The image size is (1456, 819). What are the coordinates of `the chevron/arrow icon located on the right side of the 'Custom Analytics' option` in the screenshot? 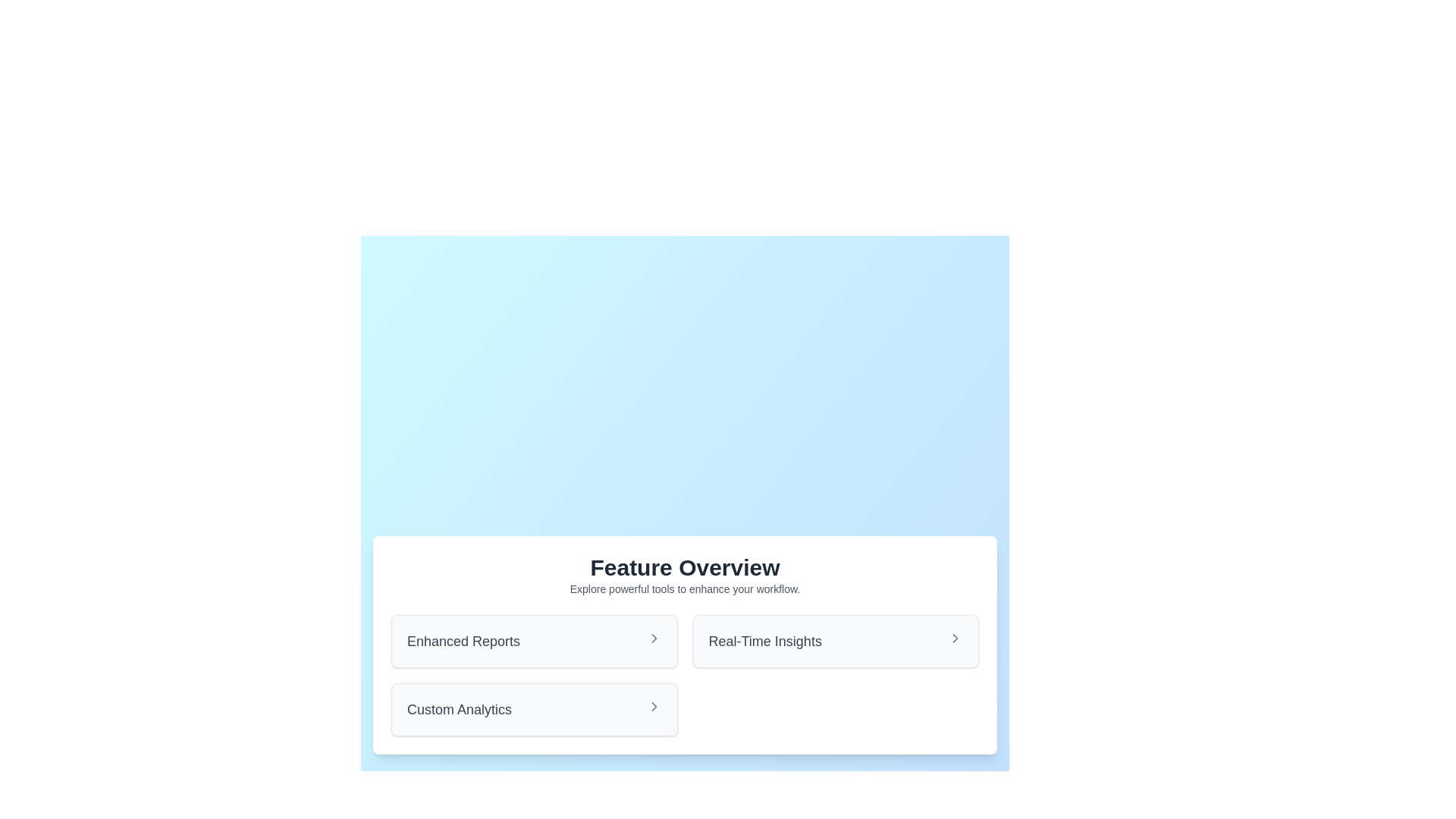 It's located at (654, 707).